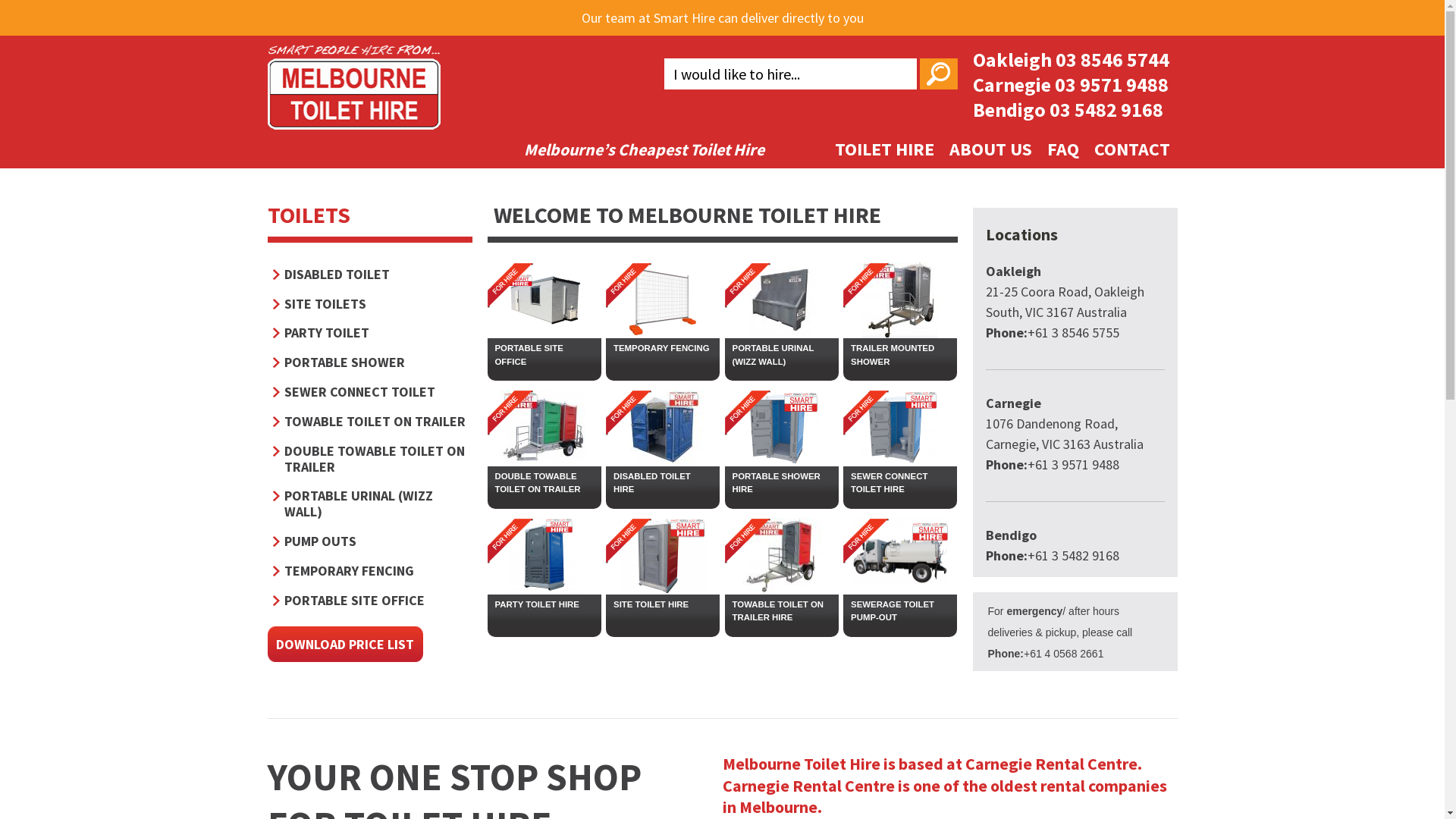  What do you see at coordinates (370, 303) in the screenshot?
I see `'SITE TOILETS'` at bounding box center [370, 303].